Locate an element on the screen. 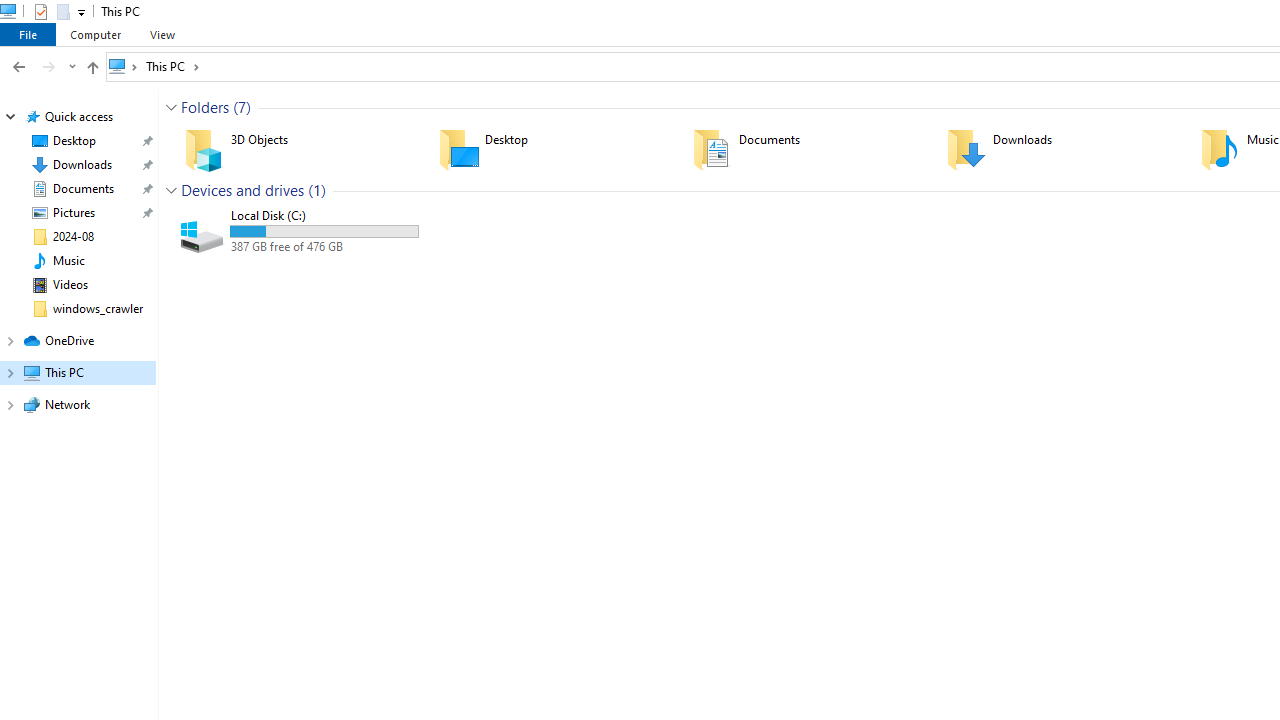  'Name' is located at coordinates (324, 216).